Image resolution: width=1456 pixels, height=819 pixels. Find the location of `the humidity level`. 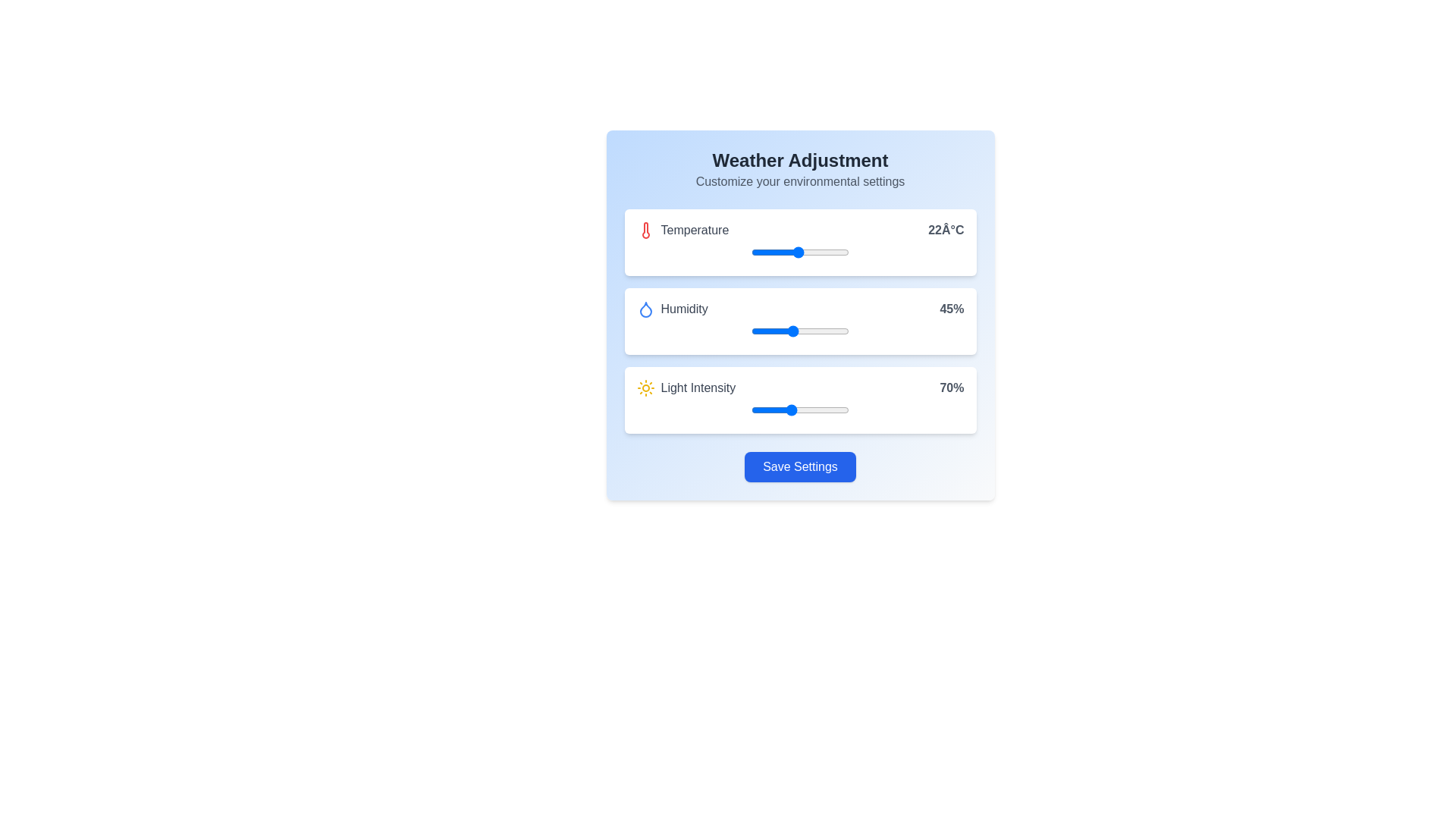

the humidity level is located at coordinates (777, 330).